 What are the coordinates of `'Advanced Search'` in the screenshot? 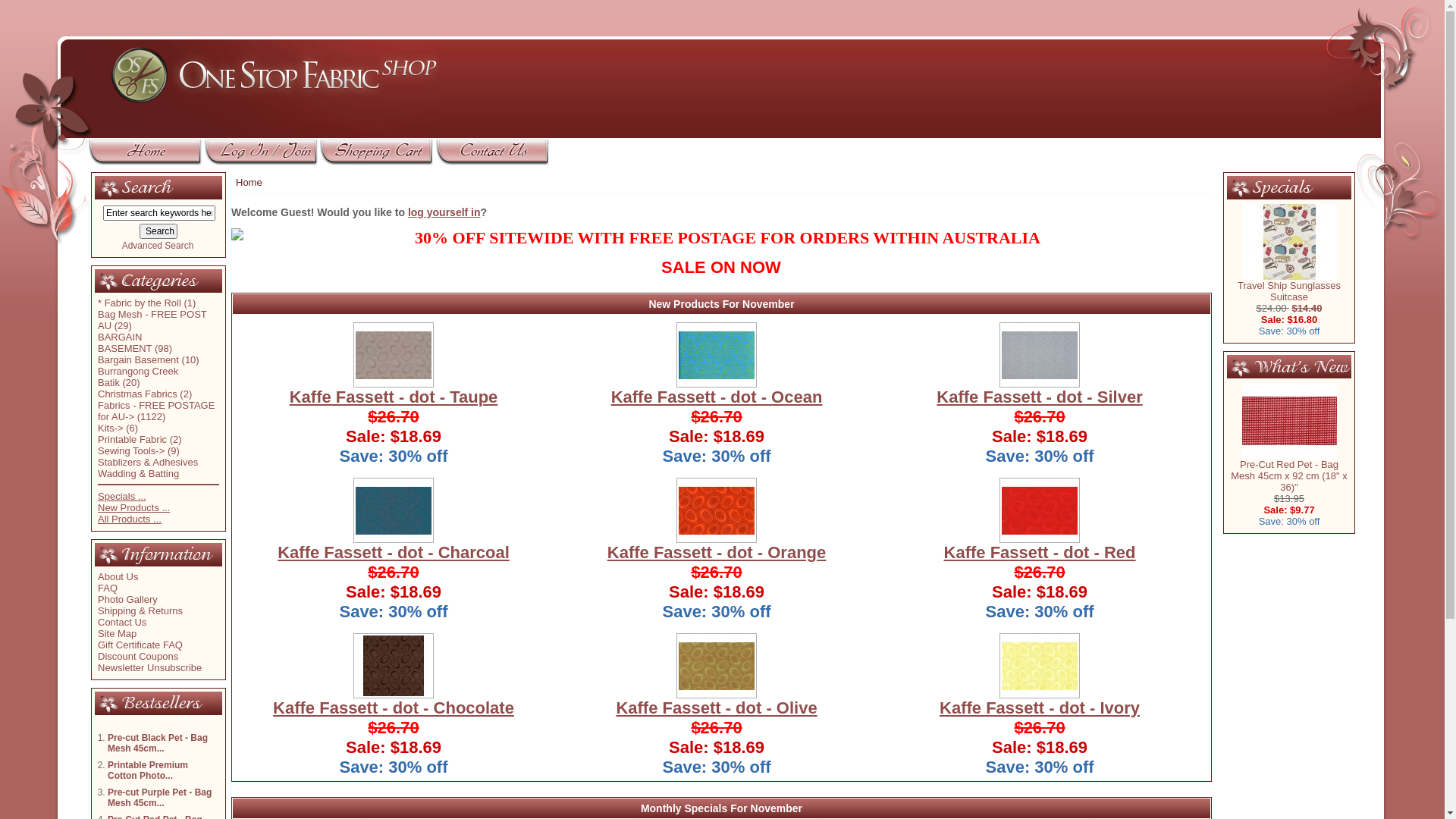 It's located at (158, 245).